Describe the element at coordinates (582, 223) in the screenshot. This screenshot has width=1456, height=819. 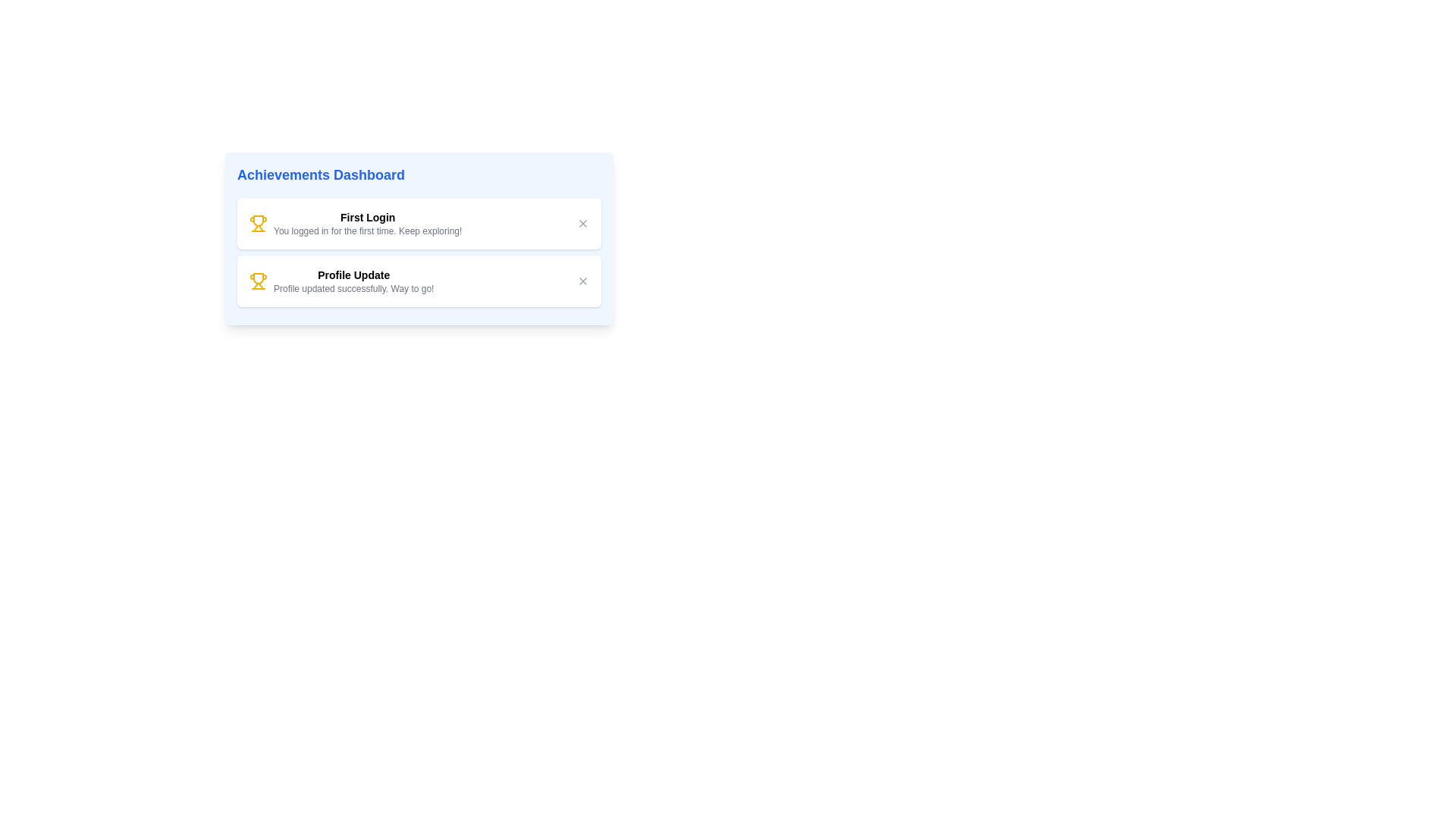
I see `the close button icon in the top-right corner of the 'First Login' notification card to change its color from text-gray-400 to black` at that location.